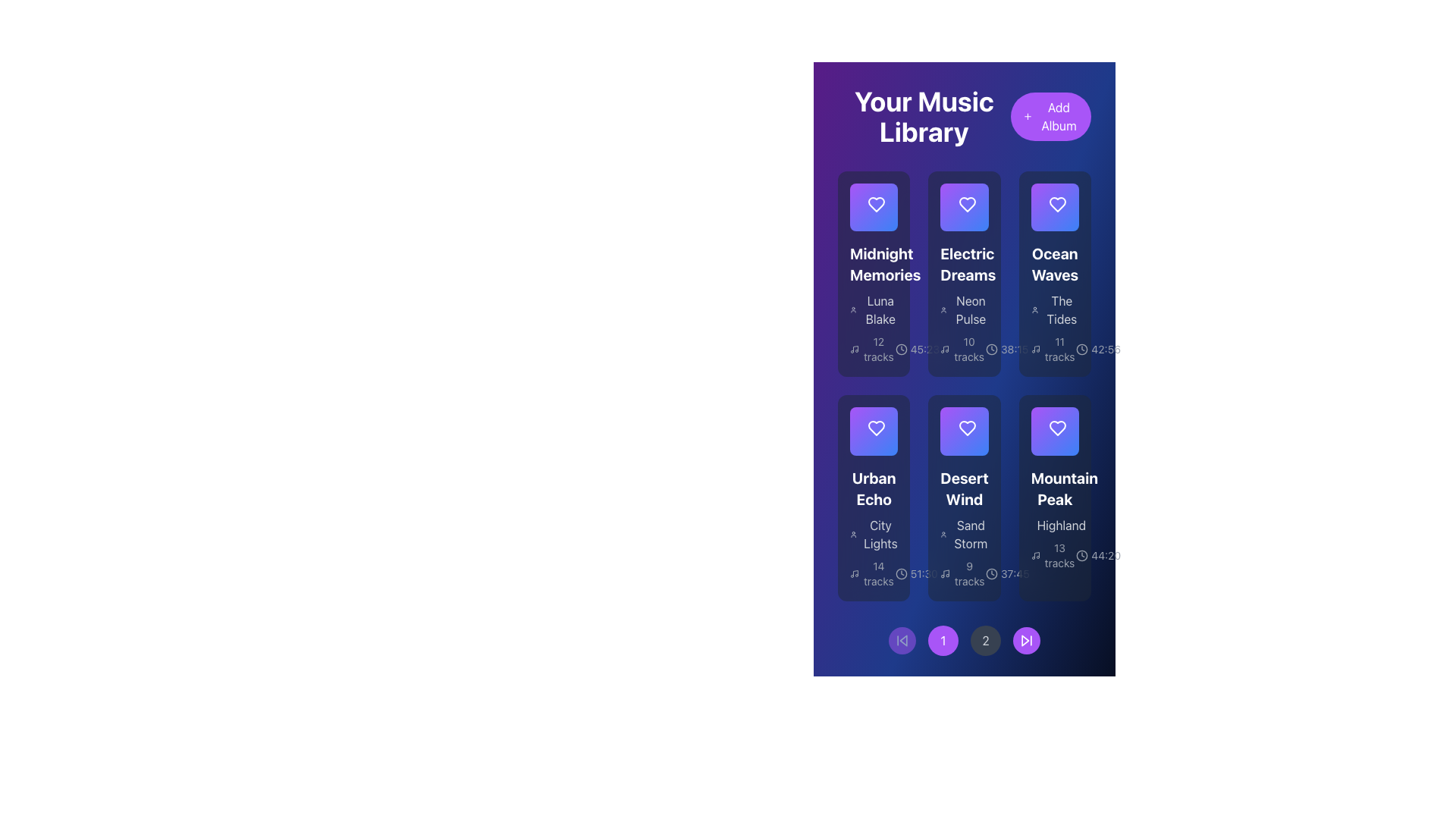  Describe the element at coordinates (1053, 350) in the screenshot. I see `the static text label that indicates the number of tracks available in the album 'Ocean Waves', located beneath 'The Tides' in the third column of the grid layout` at that location.